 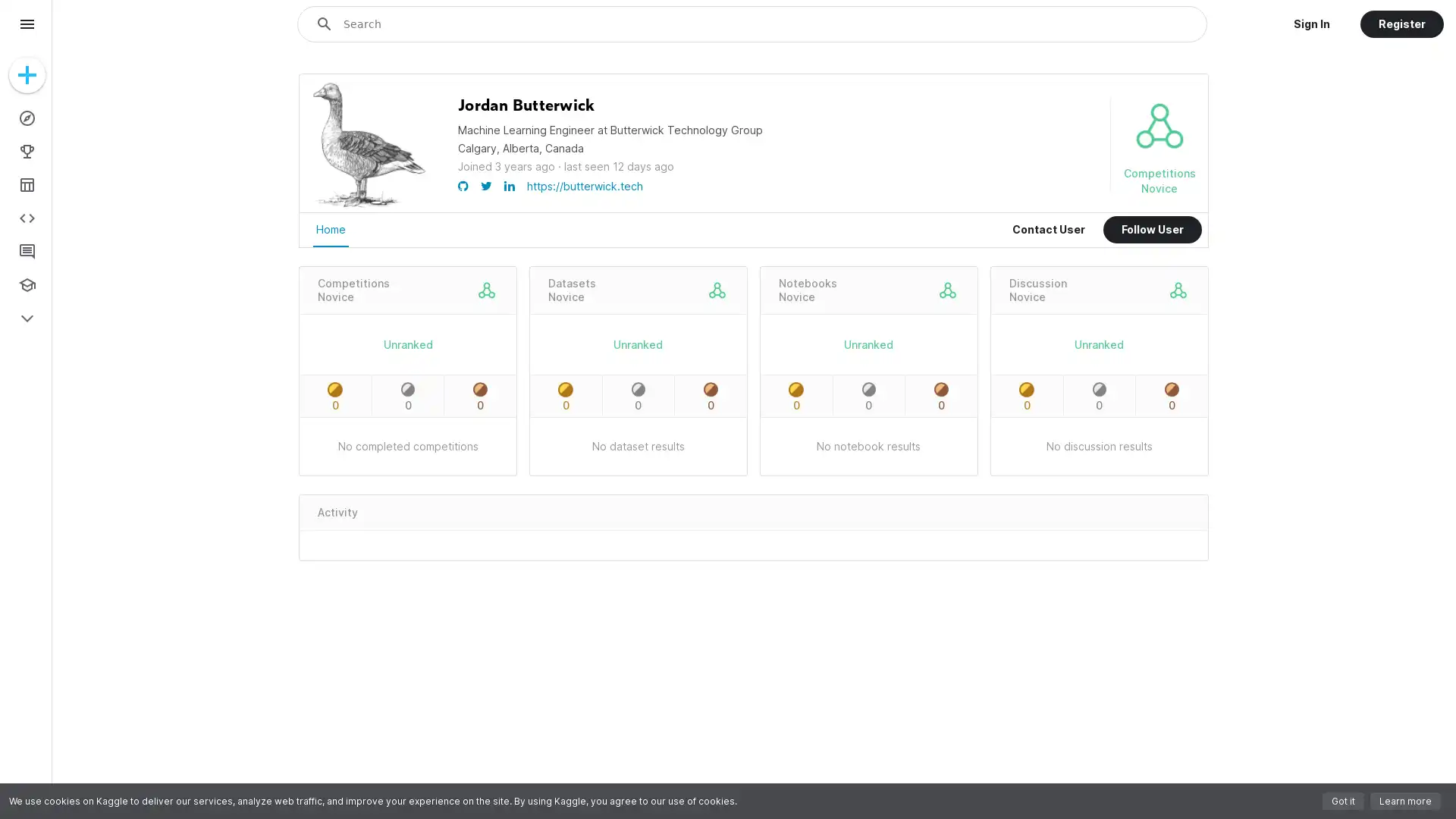 I want to click on Create, so click(x=27, y=75).